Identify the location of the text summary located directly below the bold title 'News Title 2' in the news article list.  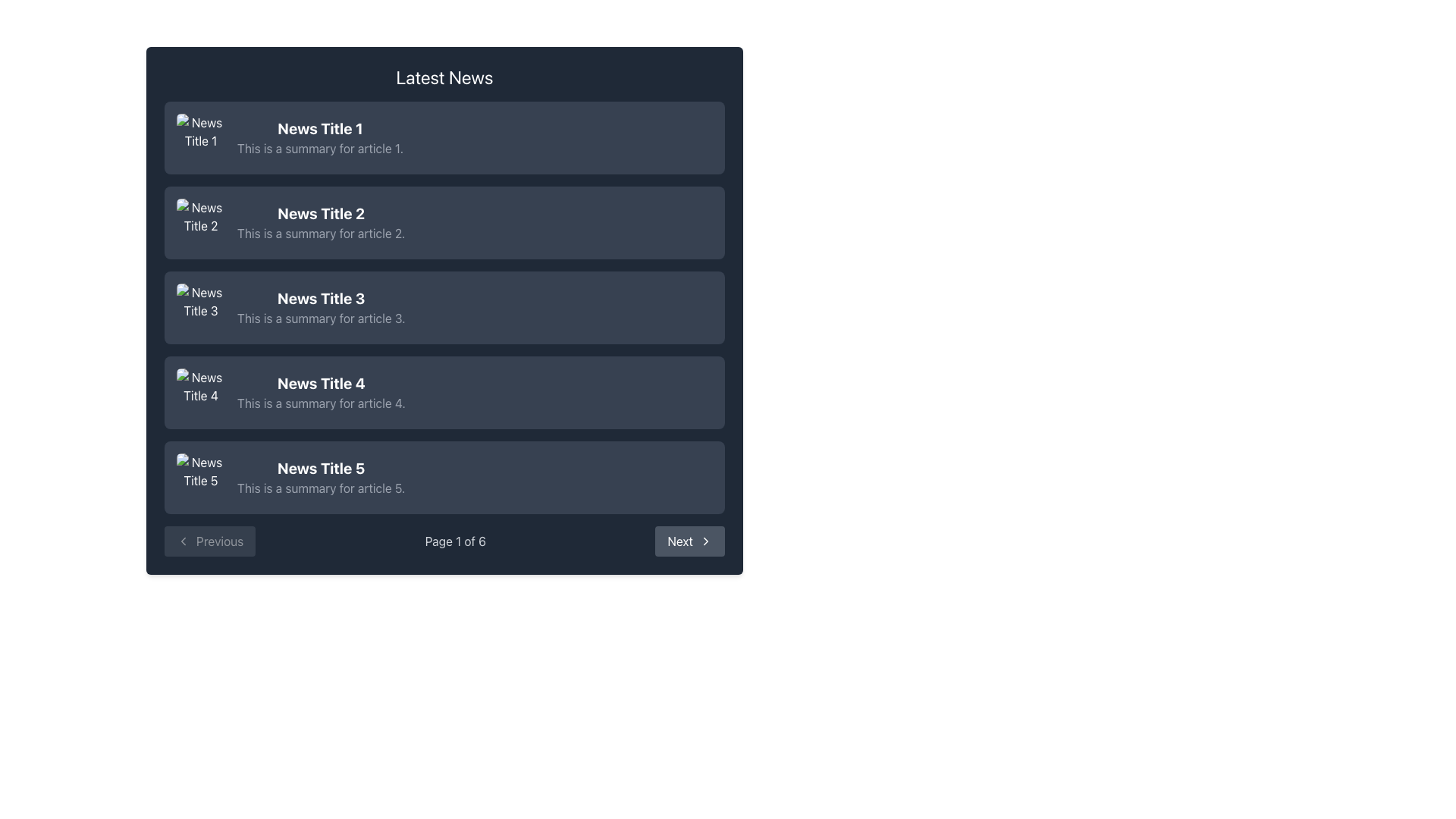
(320, 234).